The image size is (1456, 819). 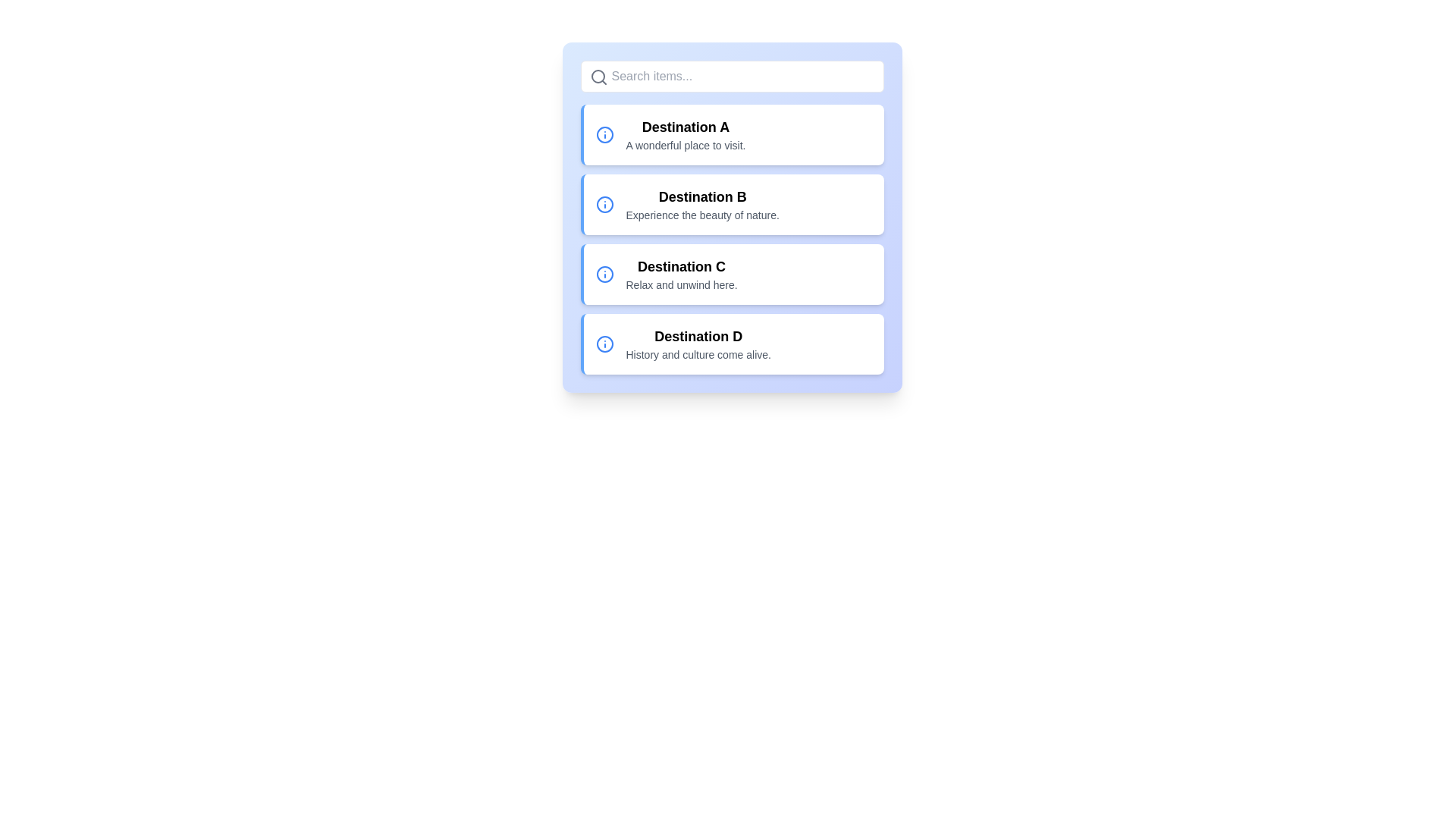 I want to click on the outer SVG circle icon located to the left of the text 'Destination C', so click(x=604, y=275).